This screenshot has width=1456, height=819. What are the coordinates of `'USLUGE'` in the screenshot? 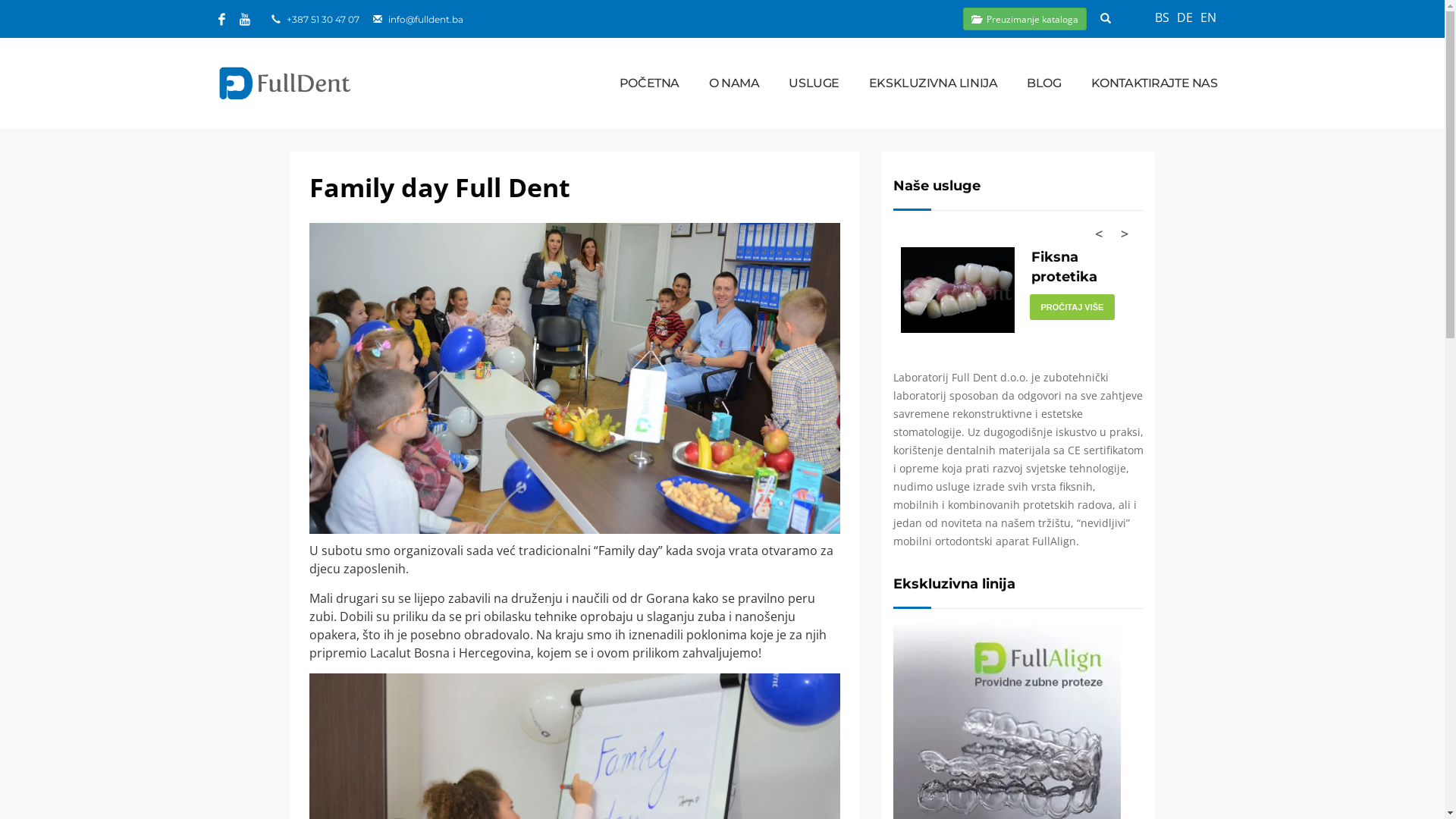 It's located at (813, 83).